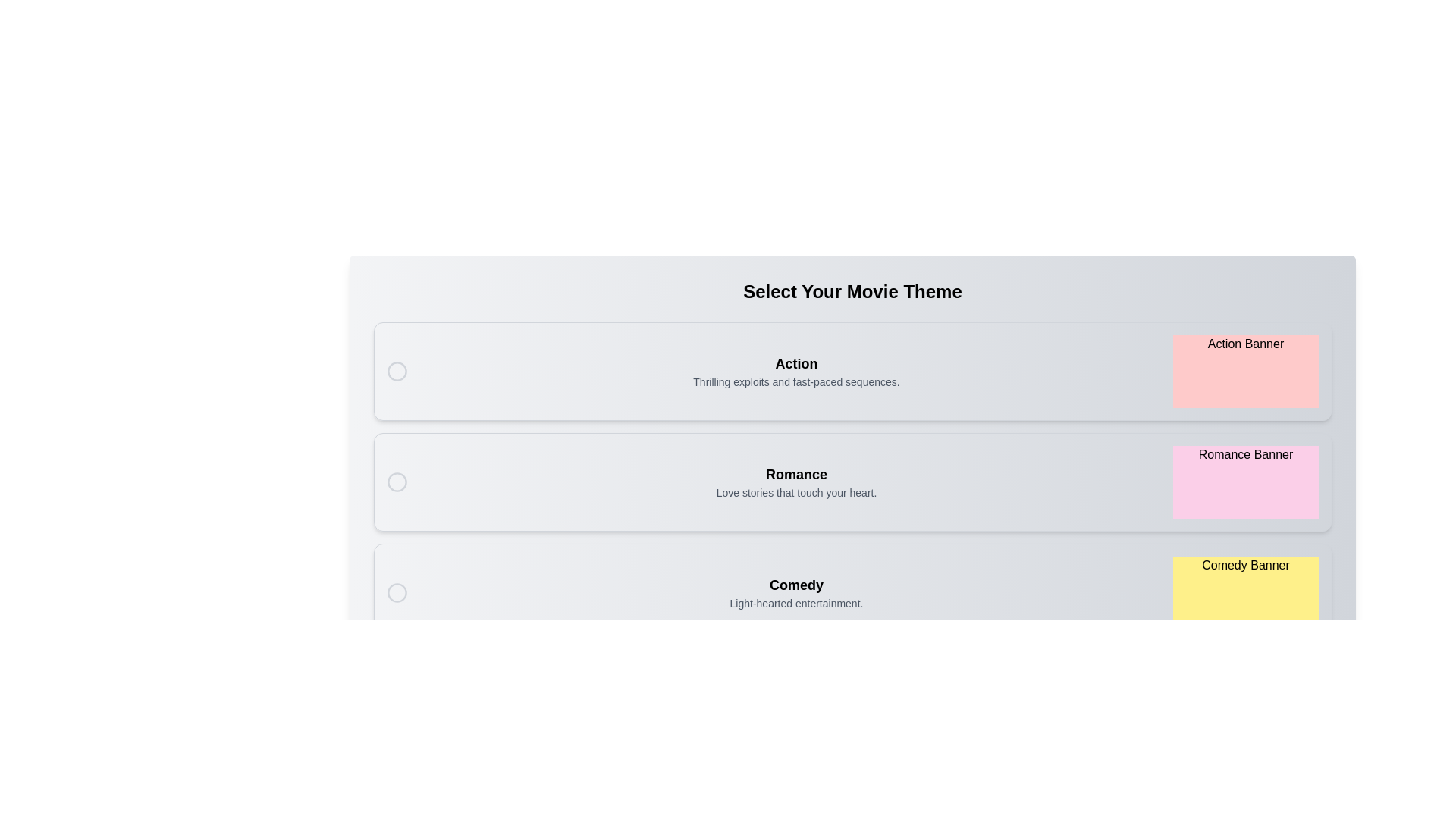 The image size is (1456, 819). What do you see at coordinates (397, 371) in the screenshot?
I see `the radio button located in the top-left corner of the 'Action' selection card` at bounding box center [397, 371].